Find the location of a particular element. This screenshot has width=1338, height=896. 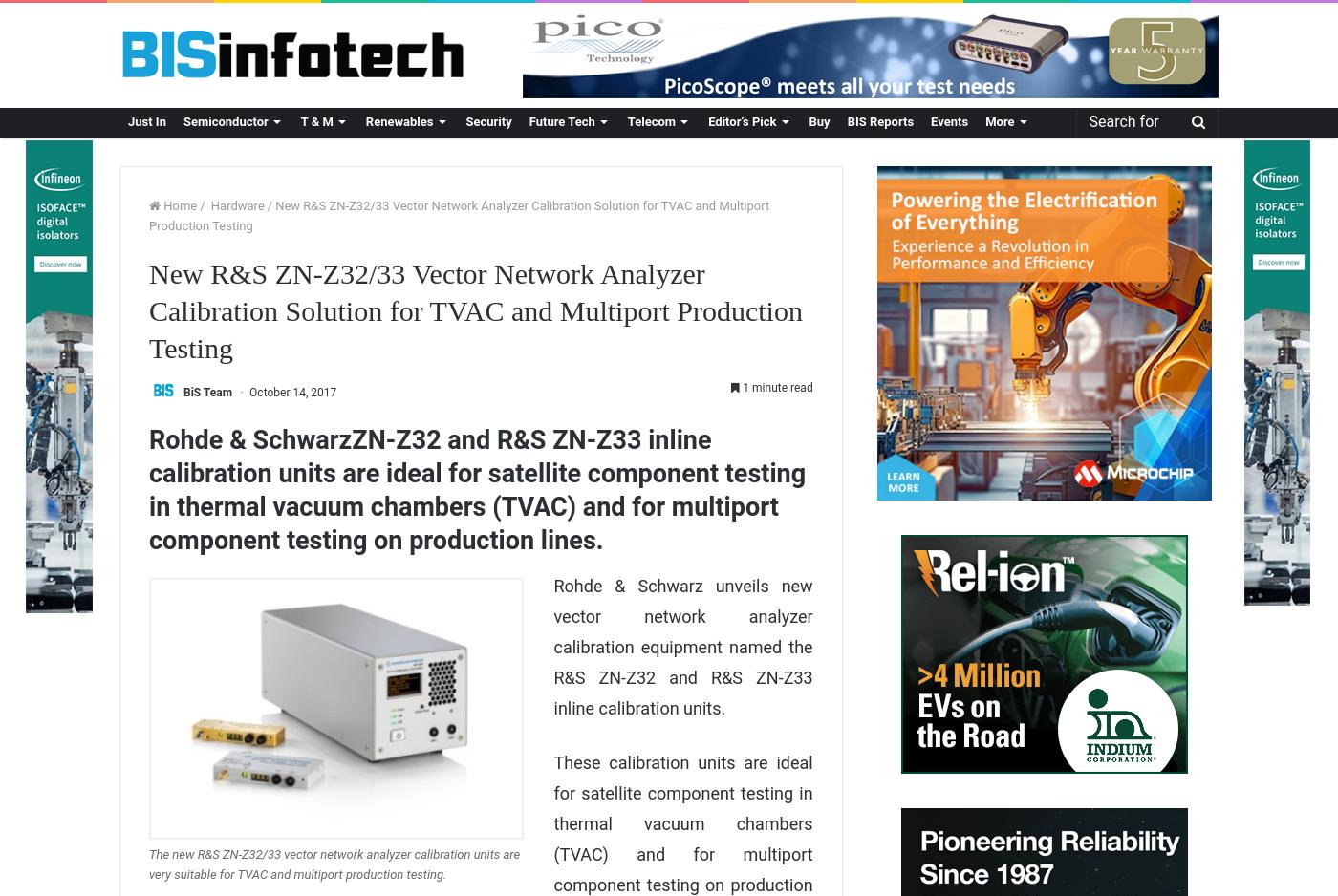

'Rohde & SchwarzZN-Z32 and R&S ZN-Z33 inline calibration units are ideal for satellite component testing in thermal vacuum chambers (TVAC) and for multiport component testing on production lines.' is located at coordinates (477, 489).